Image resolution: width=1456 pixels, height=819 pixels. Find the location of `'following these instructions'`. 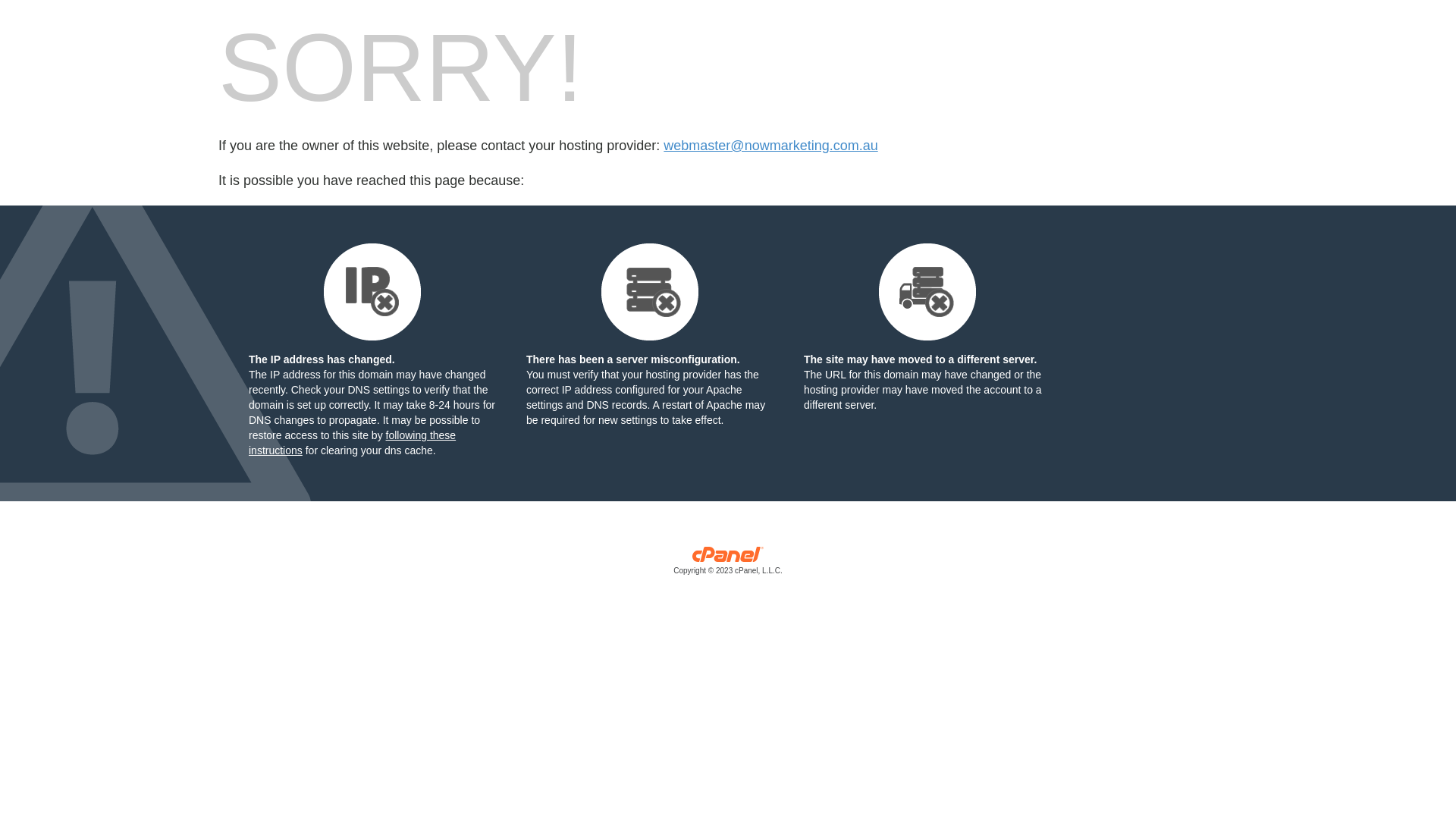

'following these instructions' is located at coordinates (351, 442).